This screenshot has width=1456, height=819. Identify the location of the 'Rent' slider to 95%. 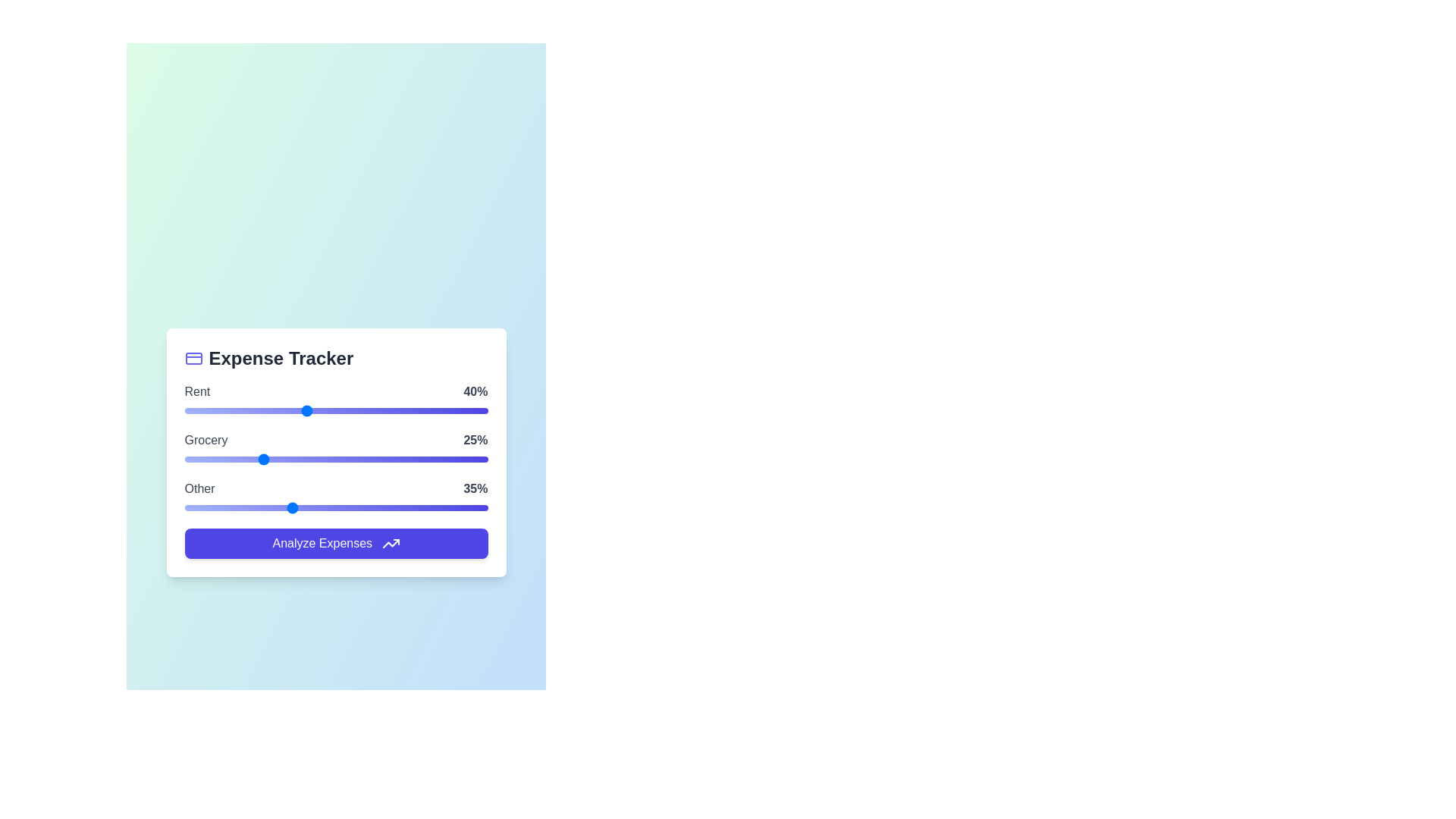
(472, 410).